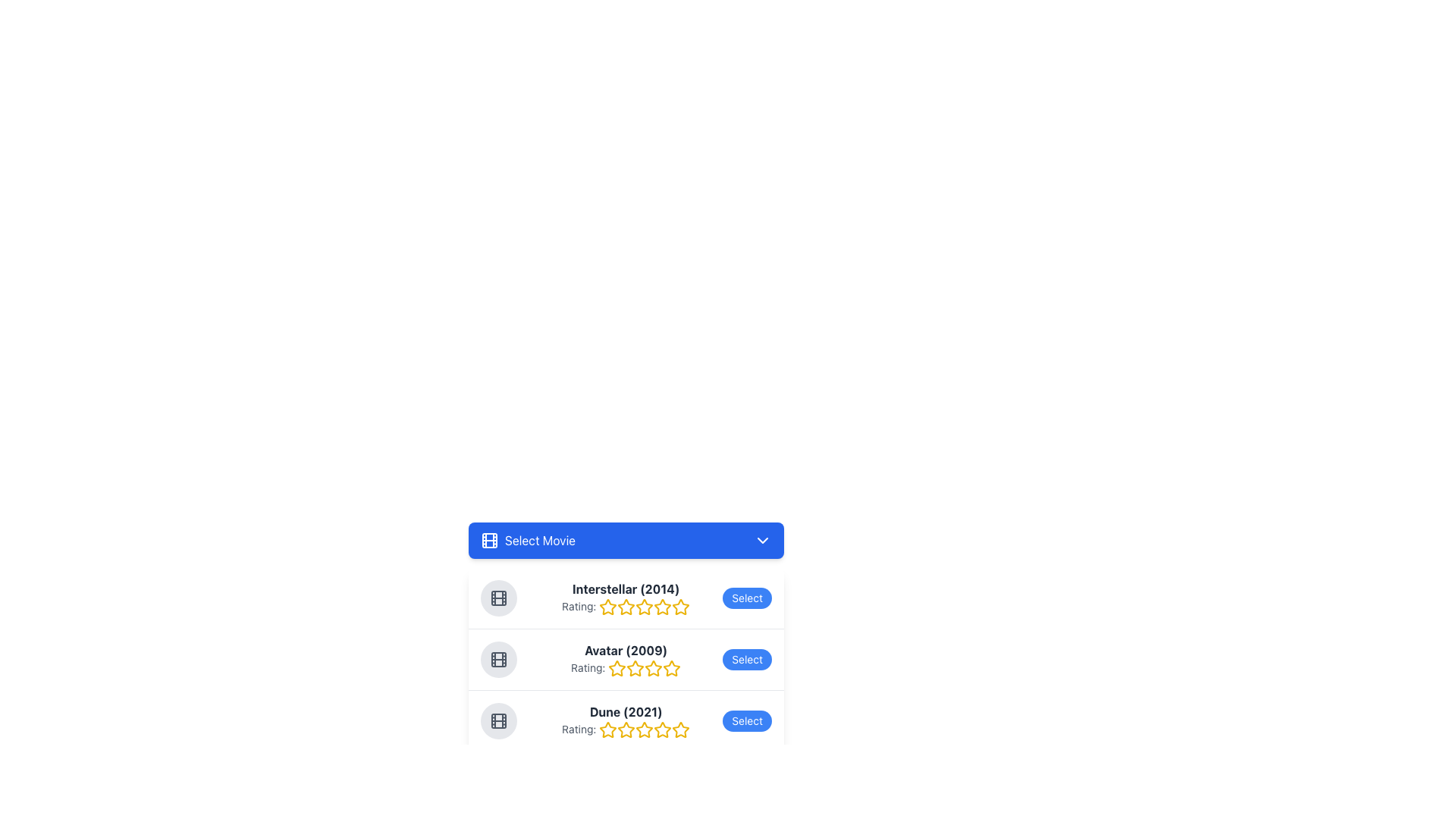 This screenshot has width=1456, height=819. Describe the element at coordinates (645, 730) in the screenshot. I see `the fifth star icon with a yellow border representing the rating for the movie 'Dune (2021)', located under the 'Rating:' text` at that location.